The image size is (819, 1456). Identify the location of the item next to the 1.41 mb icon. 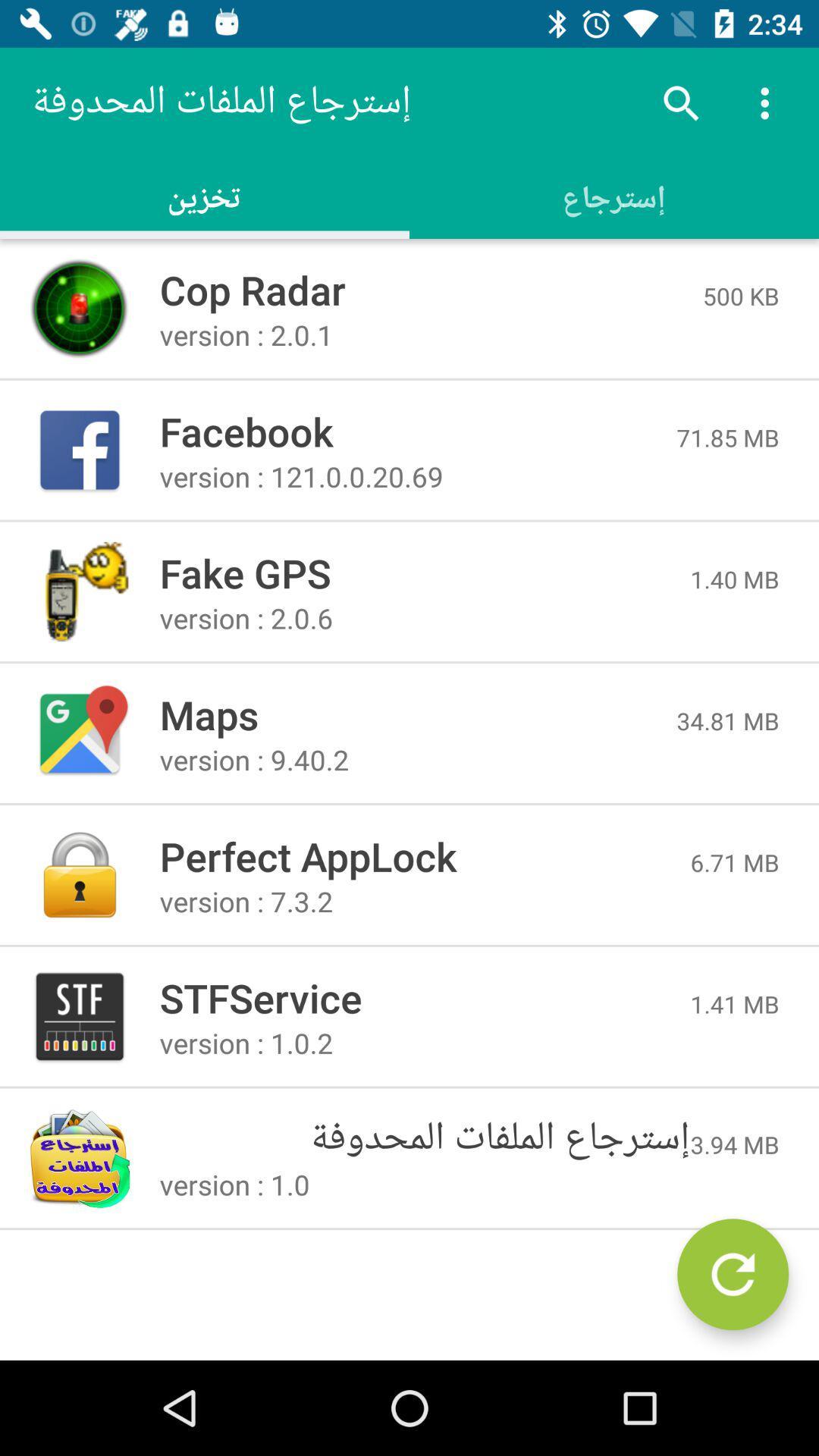
(425, 997).